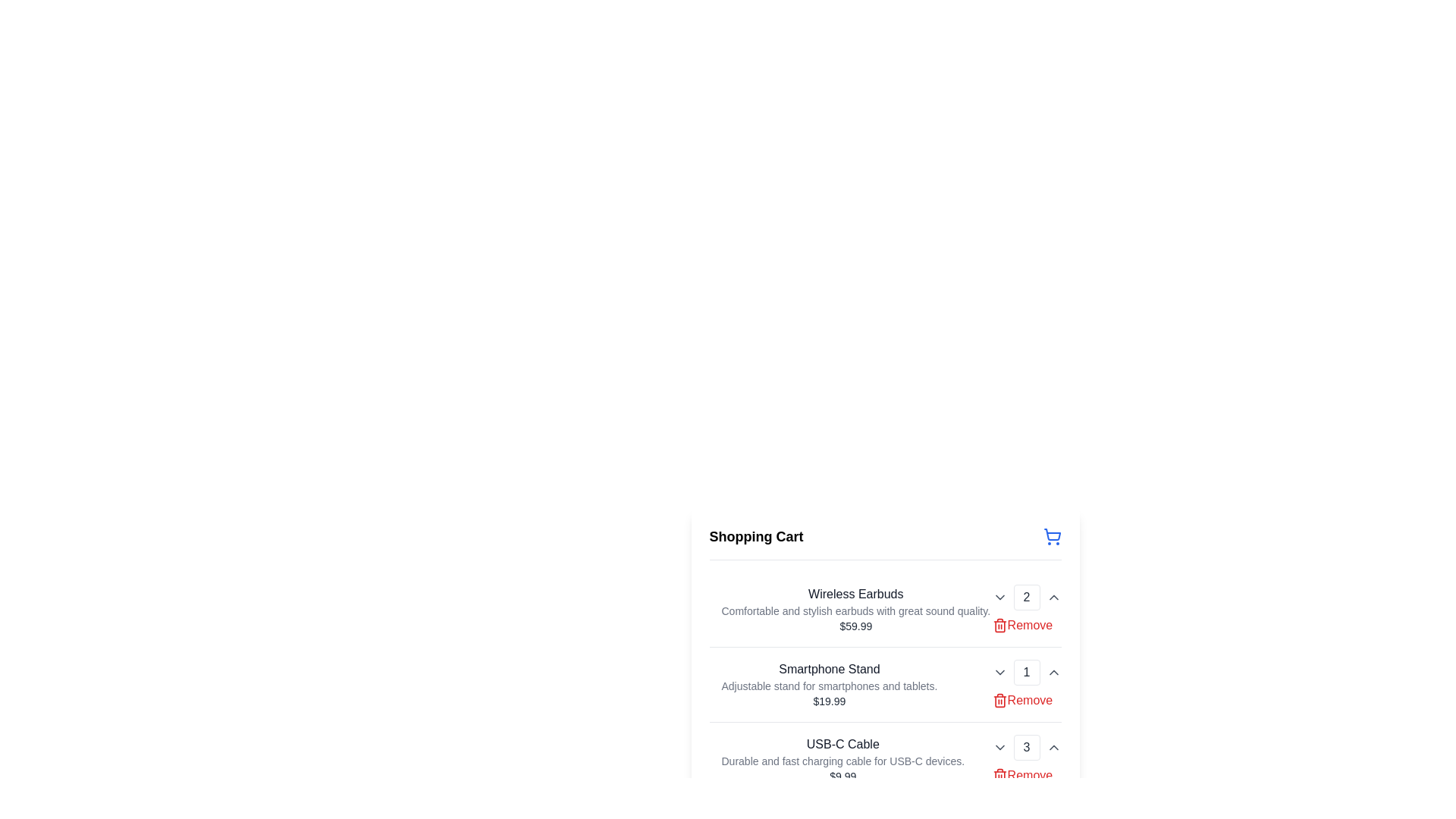  What do you see at coordinates (999, 596) in the screenshot?
I see `the downward-facing chevron icon next to the quantity display for 'Wireless Earbuds'` at bounding box center [999, 596].